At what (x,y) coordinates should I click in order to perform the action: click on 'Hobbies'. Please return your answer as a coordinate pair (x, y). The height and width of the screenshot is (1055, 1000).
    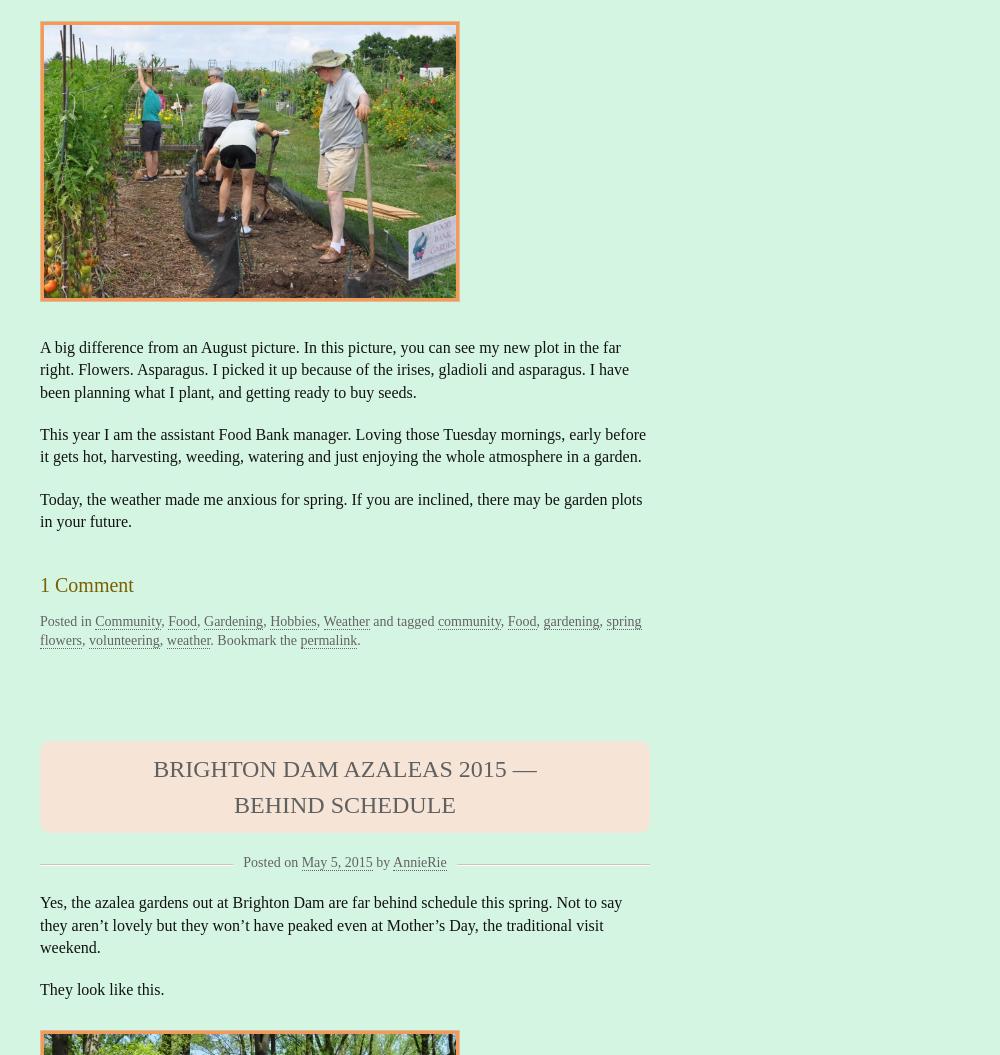
    Looking at the image, I should click on (293, 620).